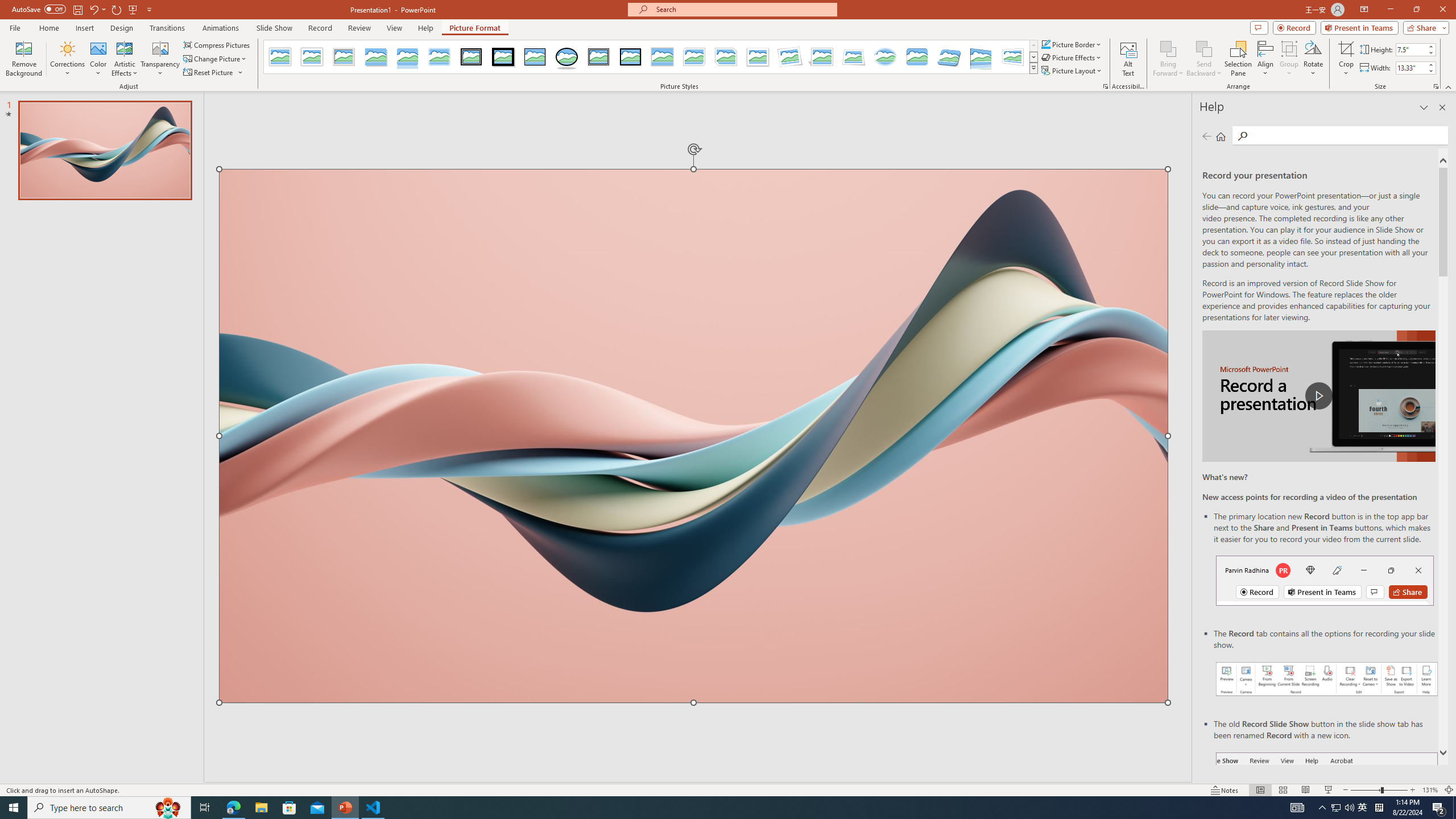 This screenshot has width=1456, height=819. What do you see at coordinates (1072, 69) in the screenshot?
I see `'Picture Layout'` at bounding box center [1072, 69].